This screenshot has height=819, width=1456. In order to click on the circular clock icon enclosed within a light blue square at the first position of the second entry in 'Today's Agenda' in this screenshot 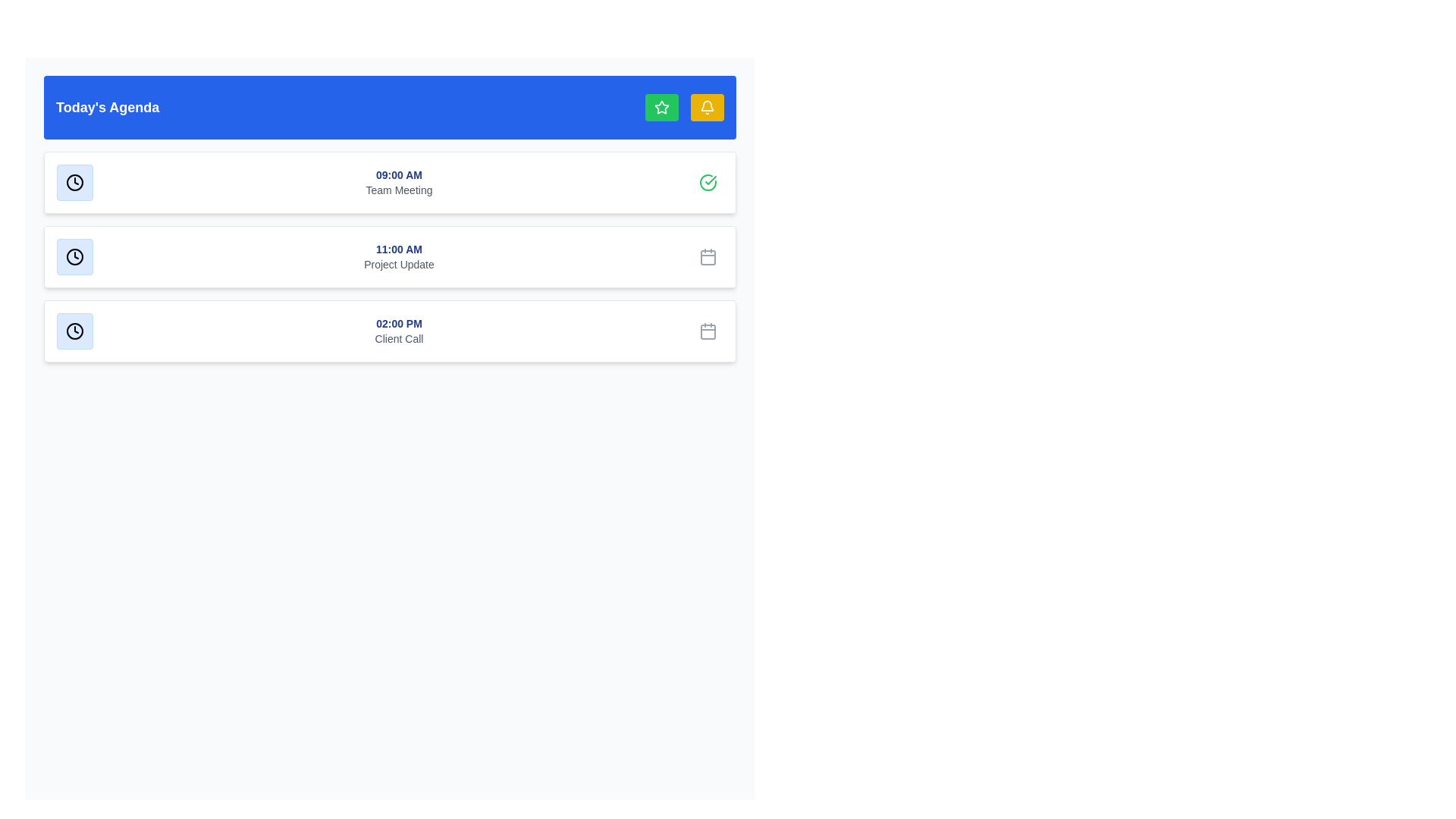, I will do `click(74, 256)`.